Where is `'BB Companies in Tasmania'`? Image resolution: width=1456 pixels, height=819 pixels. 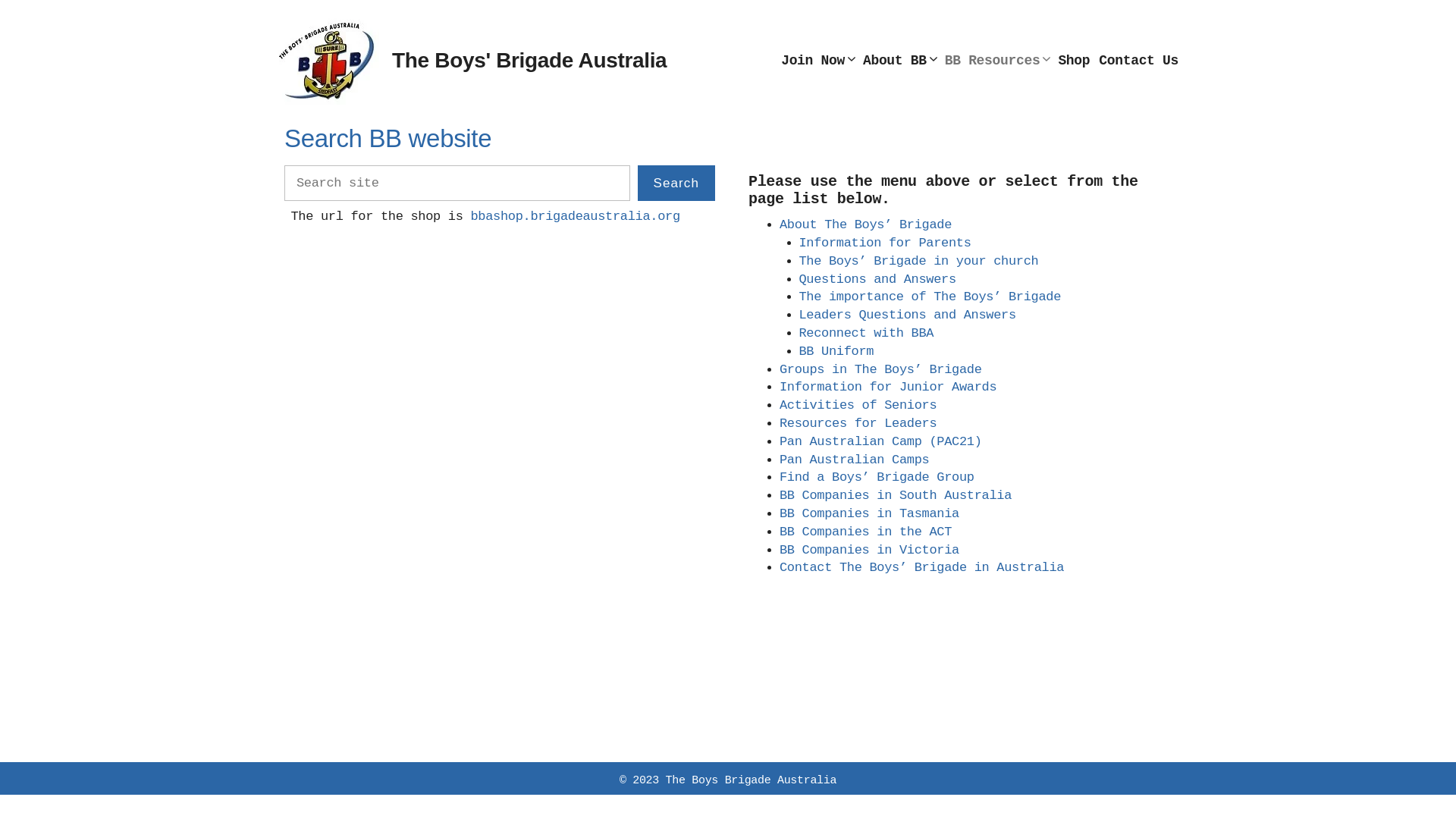
'BB Companies in Tasmania' is located at coordinates (869, 513).